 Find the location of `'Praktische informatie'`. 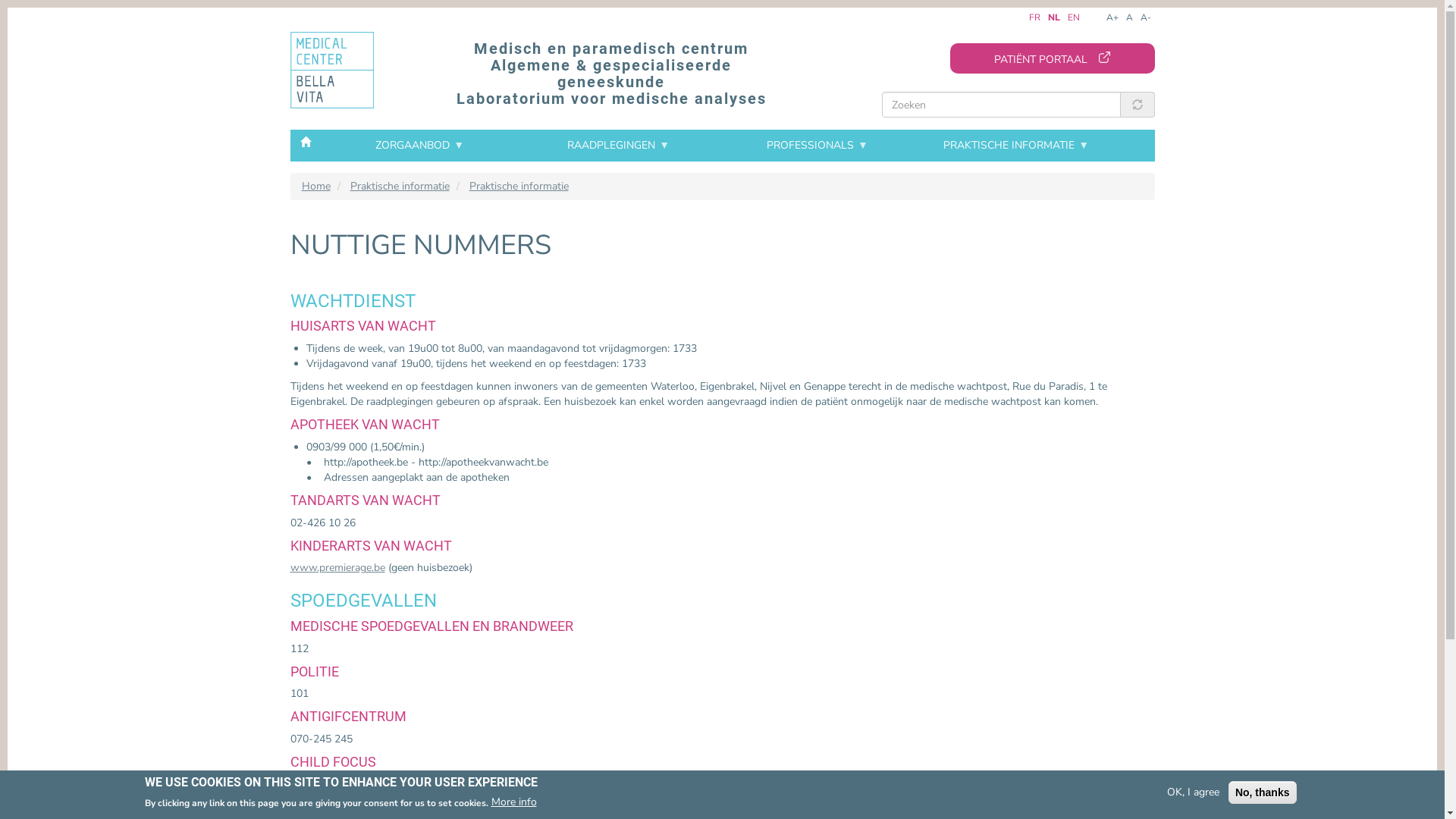

'Praktische informatie' is located at coordinates (400, 185).